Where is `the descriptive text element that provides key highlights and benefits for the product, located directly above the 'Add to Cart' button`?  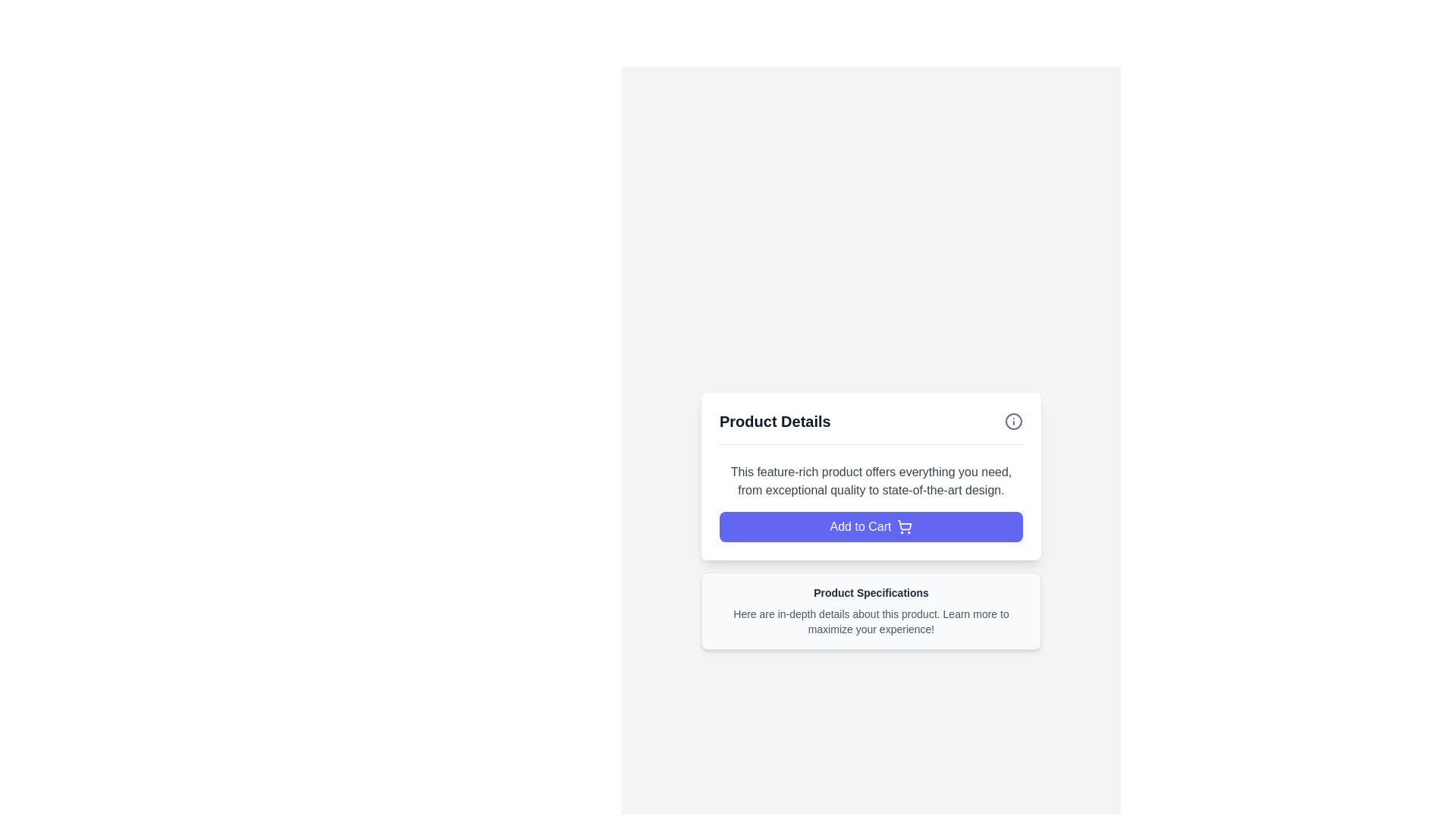 the descriptive text element that provides key highlights and benefits for the product, located directly above the 'Add to Cart' button is located at coordinates (871, 481).